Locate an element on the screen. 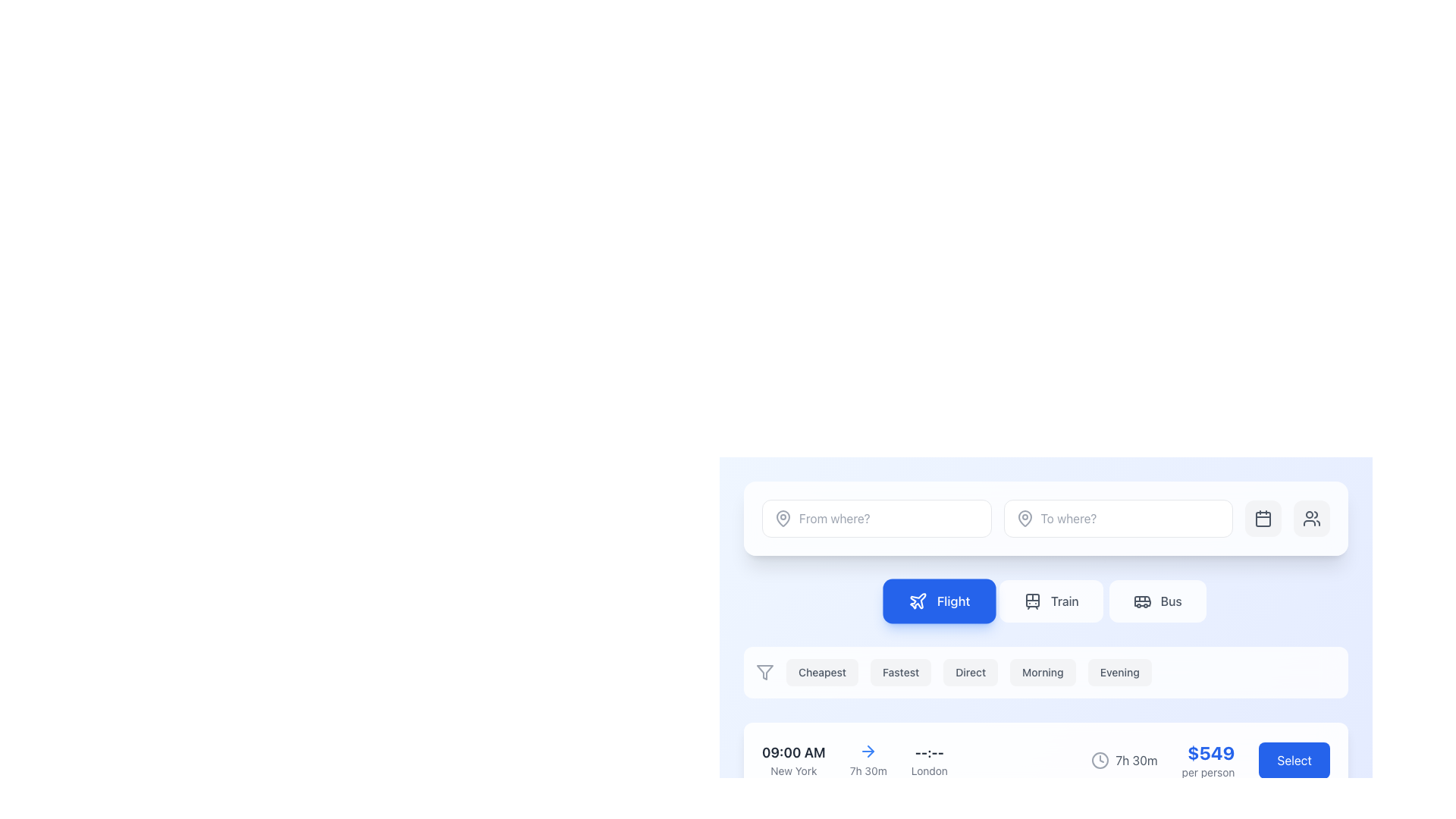  the 'Train' icon is located at coordinates (1031, 601).